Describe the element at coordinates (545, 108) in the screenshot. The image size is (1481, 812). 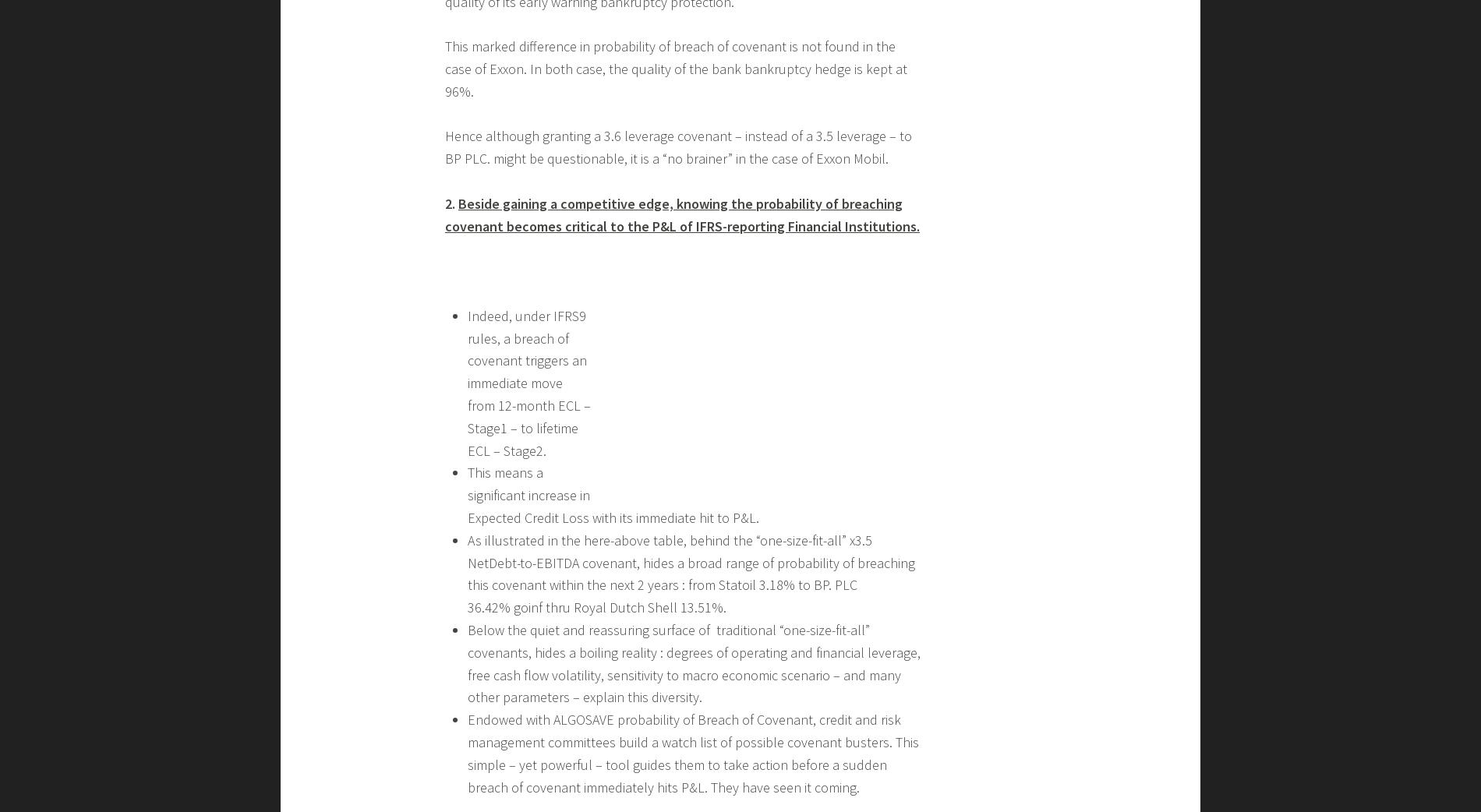
I see `'Second good piece of news :'` at that location.